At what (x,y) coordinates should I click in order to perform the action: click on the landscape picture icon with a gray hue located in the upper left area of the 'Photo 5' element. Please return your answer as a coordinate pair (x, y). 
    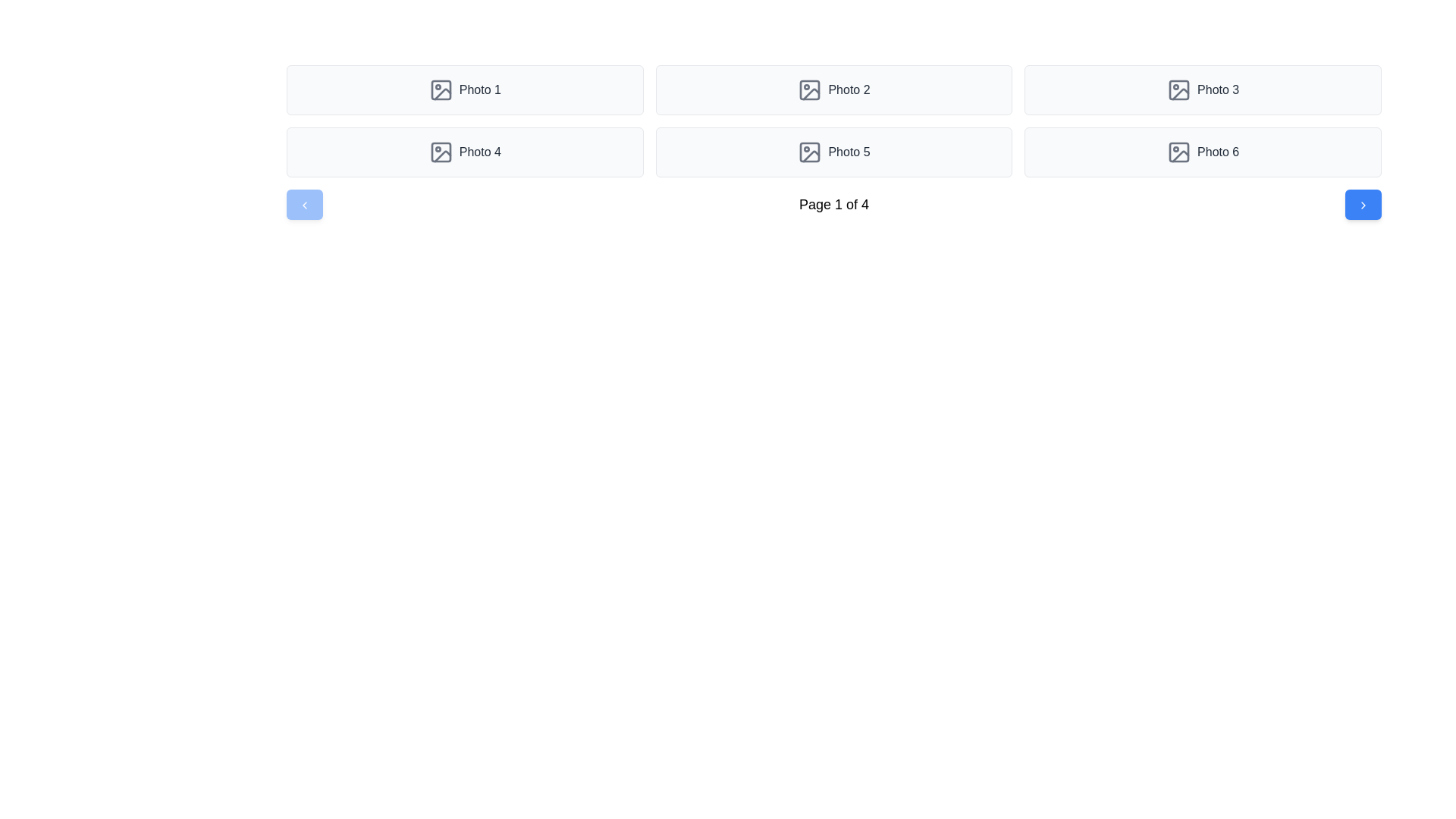
    Looking at the image, I should click on (809, 152).